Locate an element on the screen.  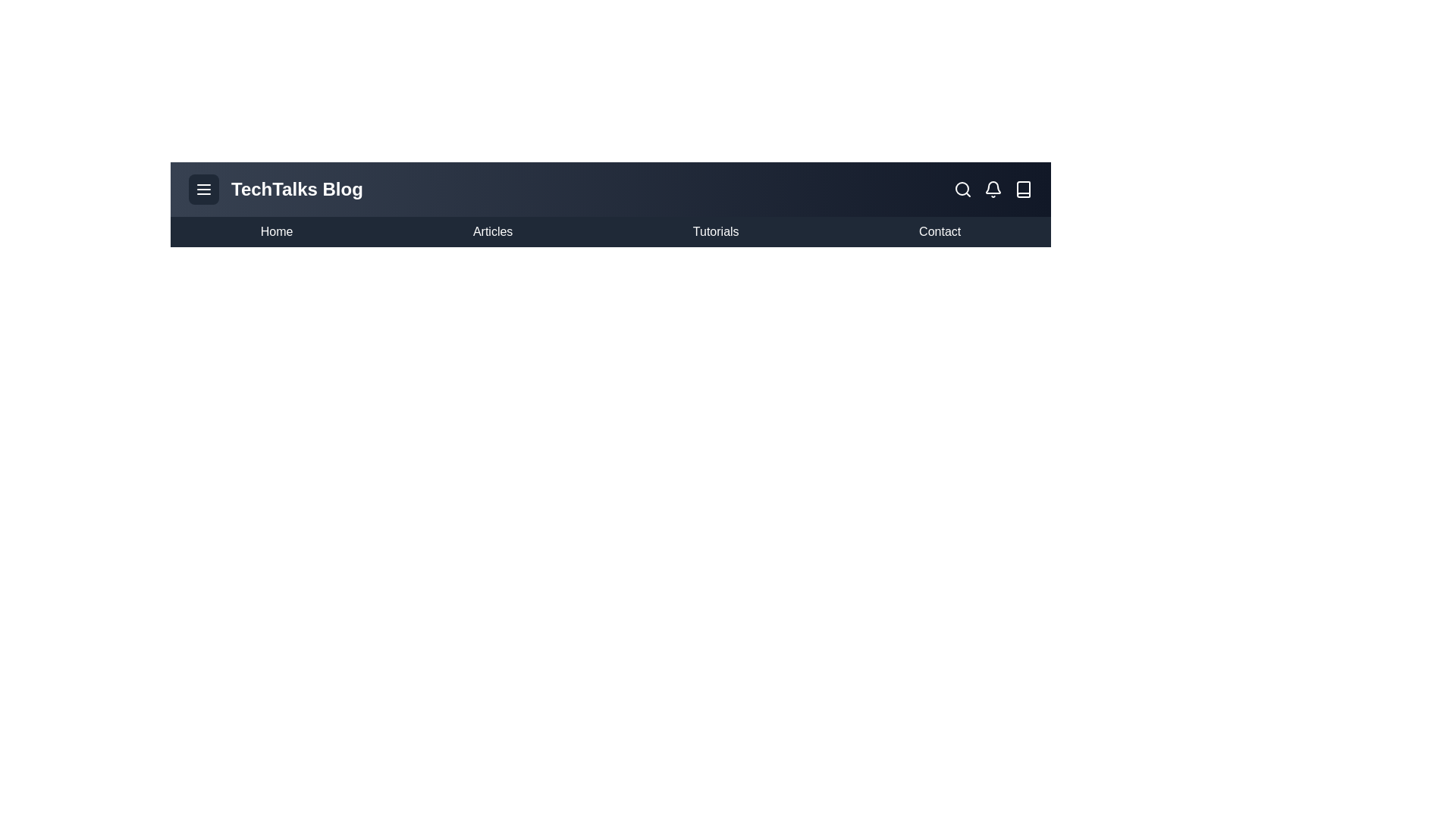
the menu button to toggle the navigation menu visibility is located at coordinates (202, 189).